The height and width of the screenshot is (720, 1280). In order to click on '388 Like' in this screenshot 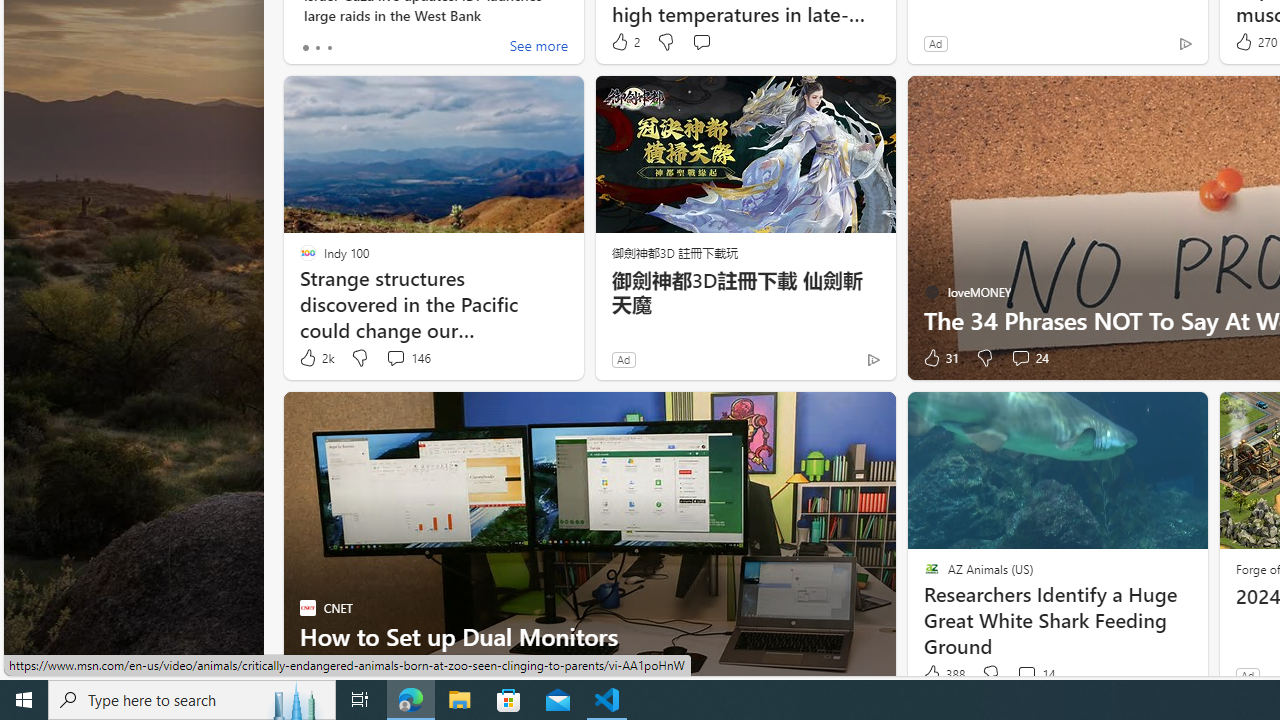, I will do `click(941, 674)`.